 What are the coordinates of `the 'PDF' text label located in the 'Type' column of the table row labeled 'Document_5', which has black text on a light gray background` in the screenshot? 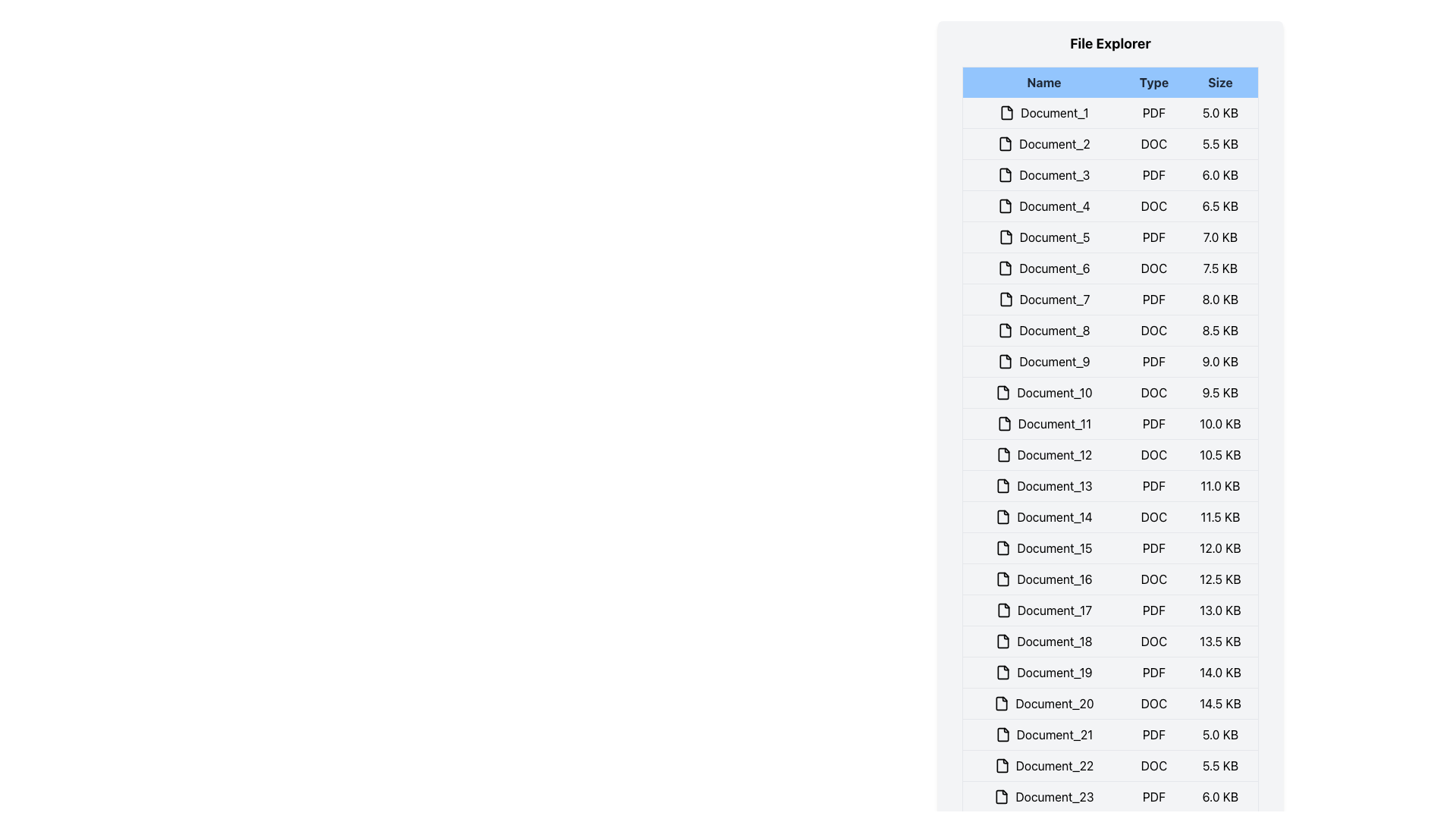 It's located at (1153, 237).